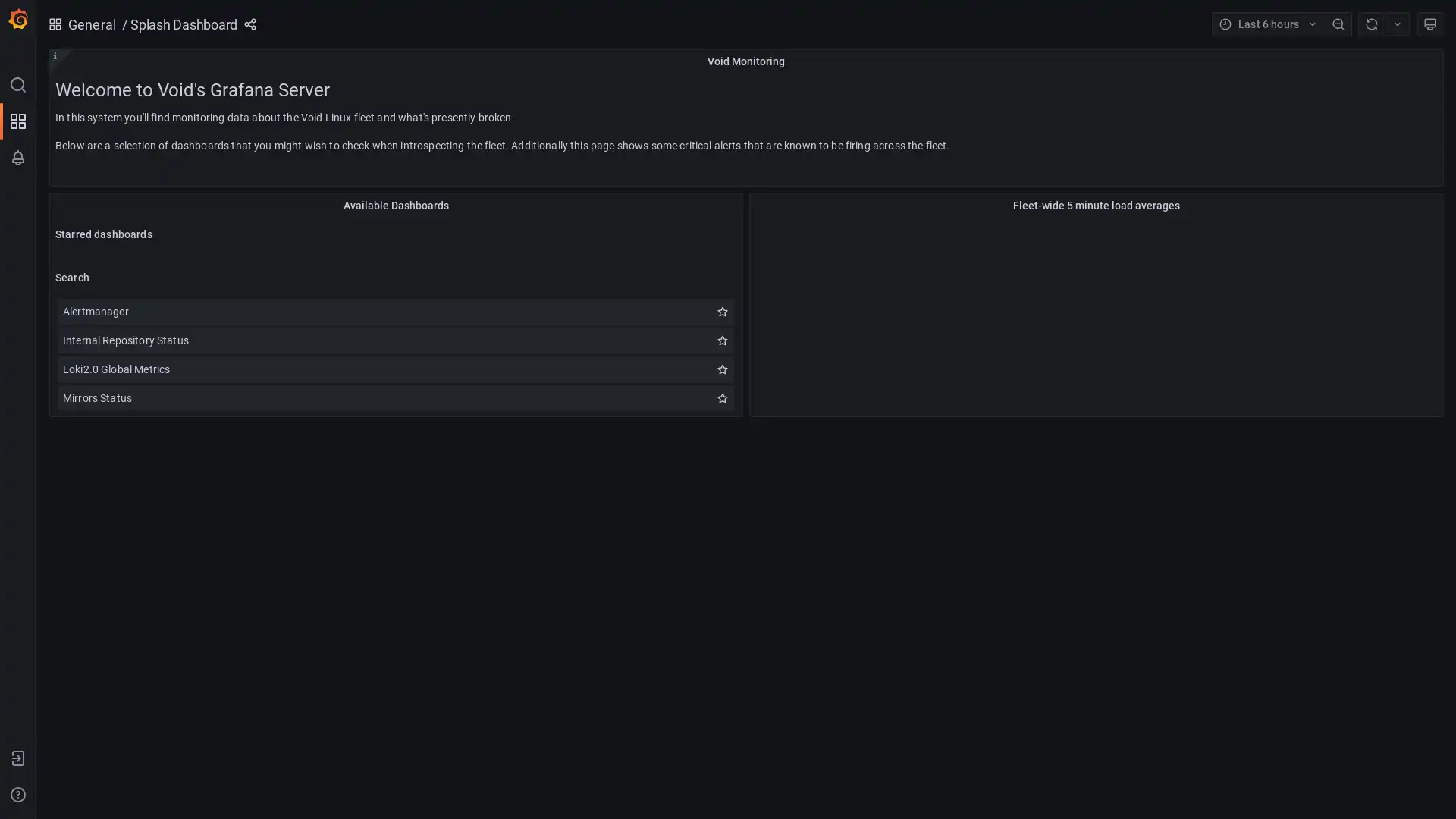  I want to click on Refresh dashboard, so click(1371, 24).